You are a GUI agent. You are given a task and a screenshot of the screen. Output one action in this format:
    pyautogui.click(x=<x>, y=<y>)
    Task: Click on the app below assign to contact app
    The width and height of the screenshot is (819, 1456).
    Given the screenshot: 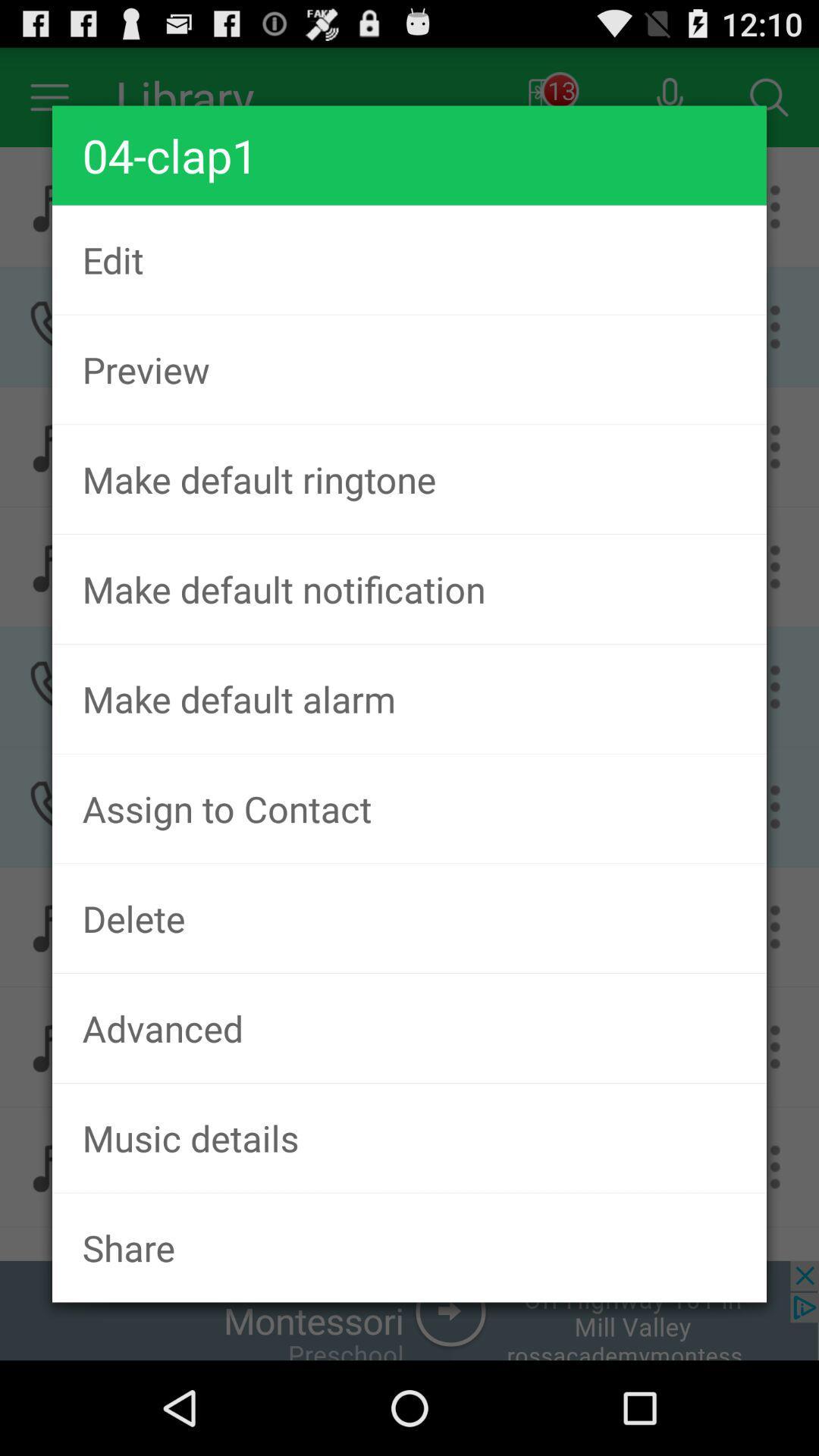 What is the action you would take?
    pyautogui.click(x=409, y=918)
    